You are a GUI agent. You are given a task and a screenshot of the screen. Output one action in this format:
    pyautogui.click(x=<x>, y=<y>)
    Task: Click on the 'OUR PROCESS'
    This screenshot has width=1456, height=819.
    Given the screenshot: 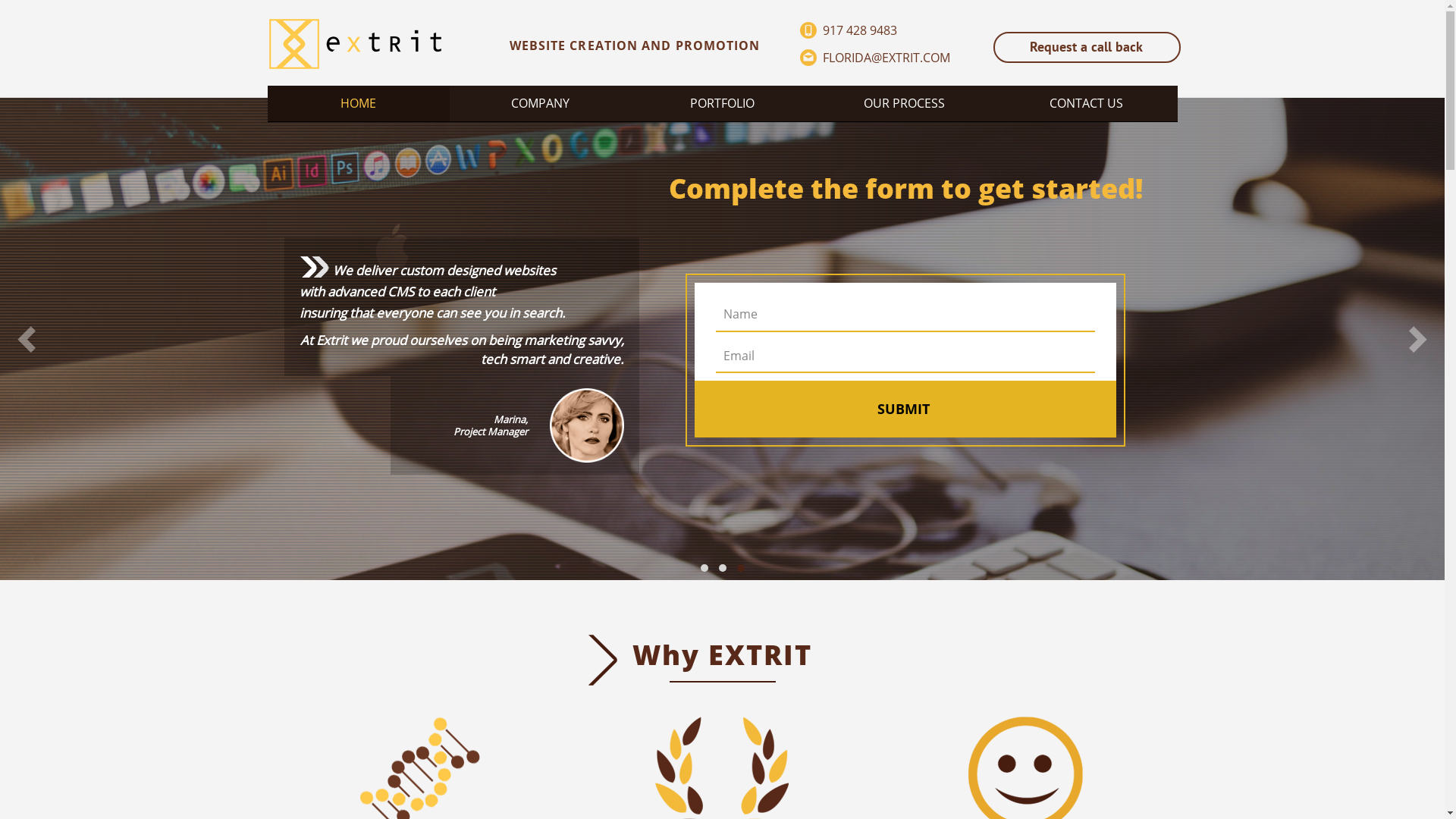 What is the action you would take?
    pyautogui.click(x=903, y=102)
    